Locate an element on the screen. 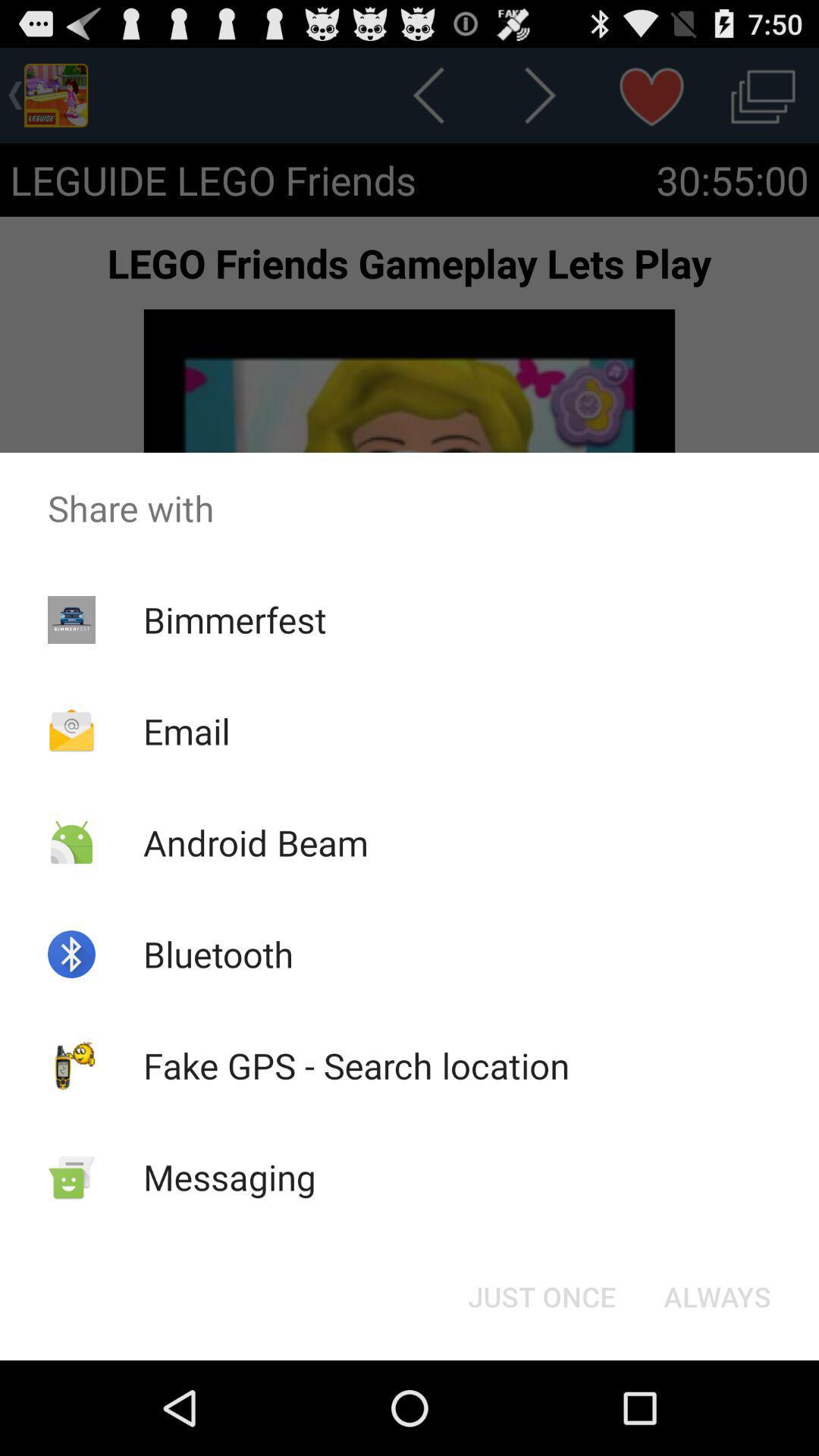 The image size is (819, 1456). the just once button is located at coordinates (541, 1295).